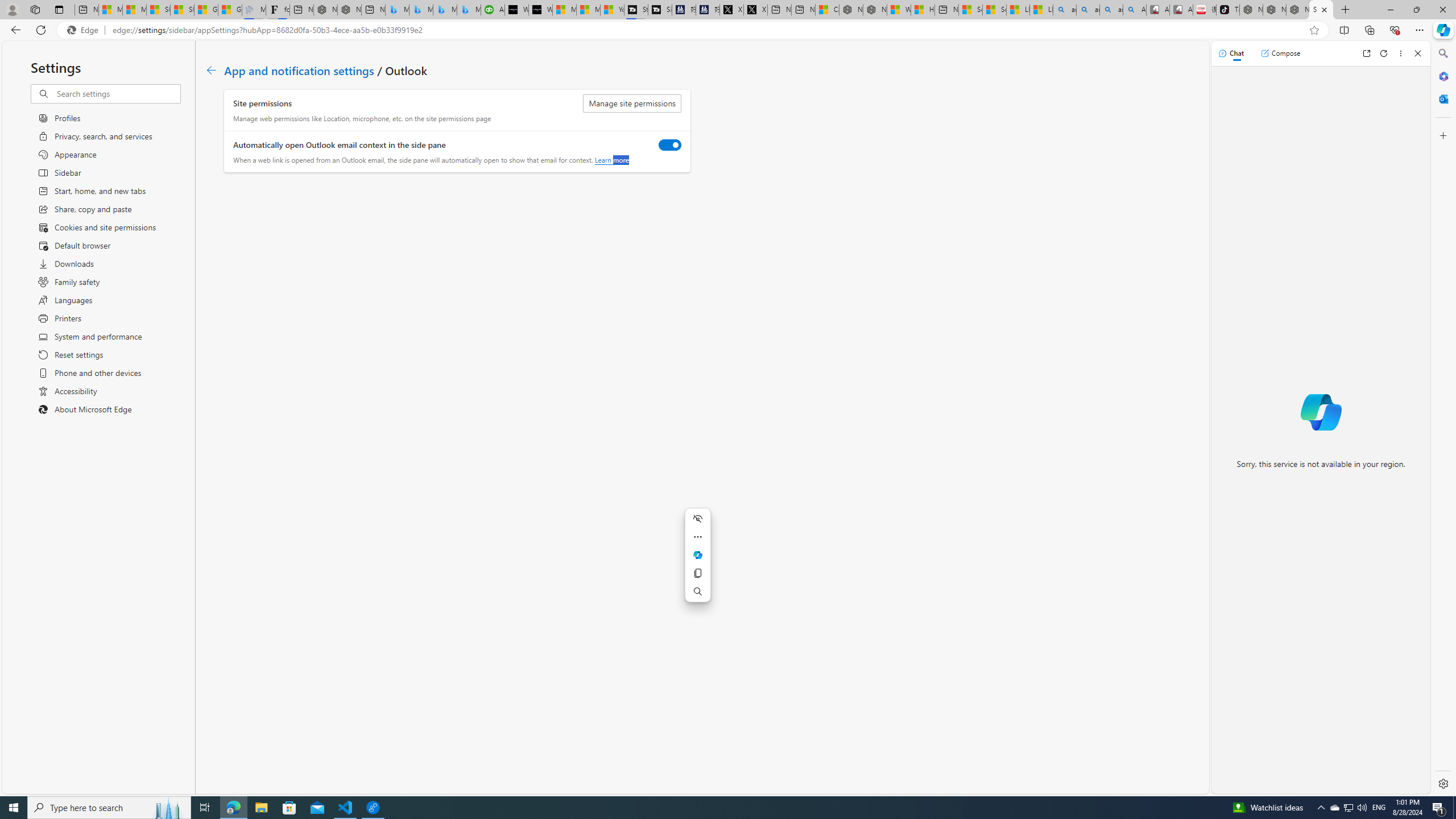 The image size is (1456, 819). Describe the element at coordinates (299, 69) in the screenshot. I see `'App and notification settings'` at that location.